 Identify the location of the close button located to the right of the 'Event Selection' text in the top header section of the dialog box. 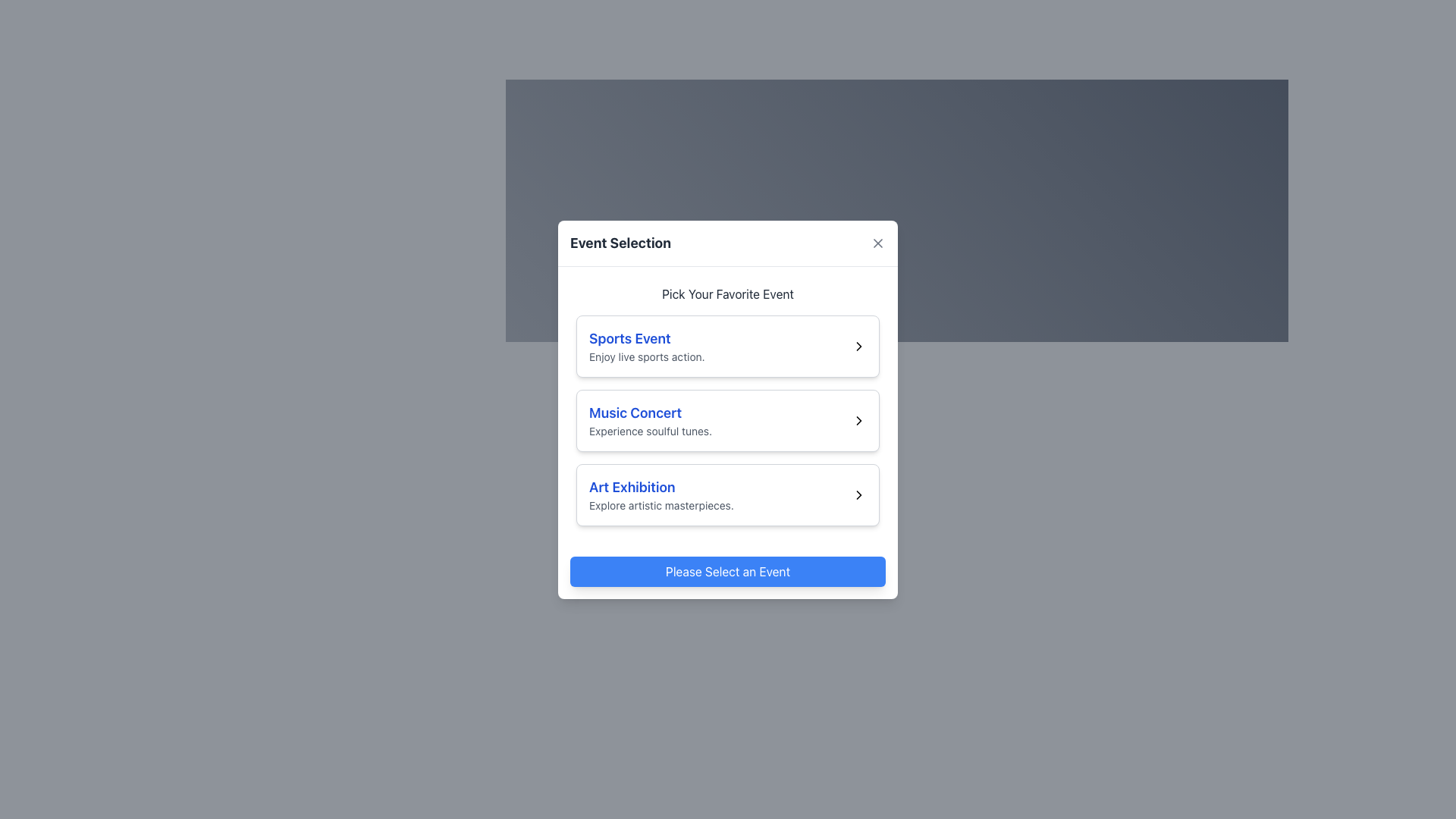
(877, 242).